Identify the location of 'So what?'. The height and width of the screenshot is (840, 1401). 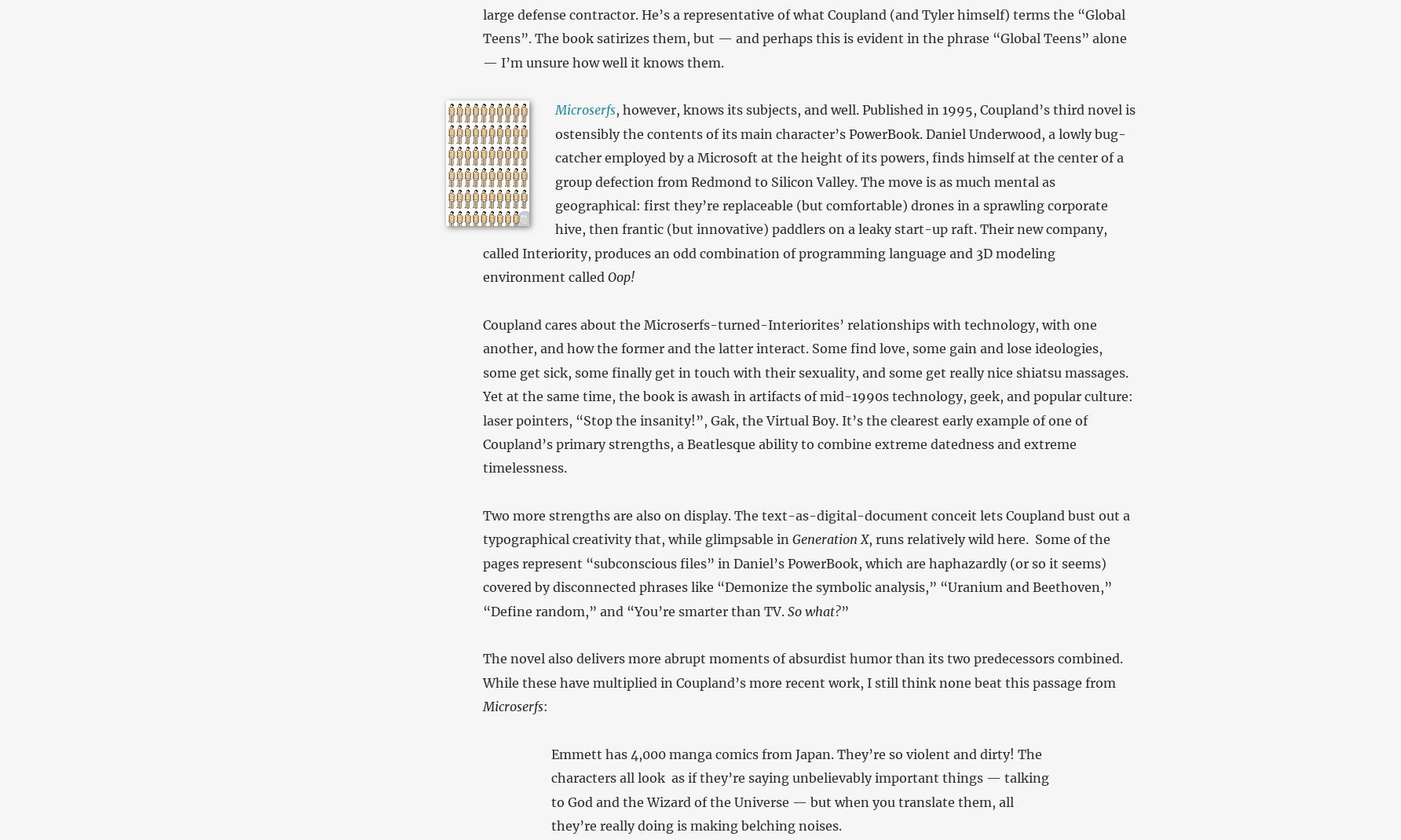
(812, 609).